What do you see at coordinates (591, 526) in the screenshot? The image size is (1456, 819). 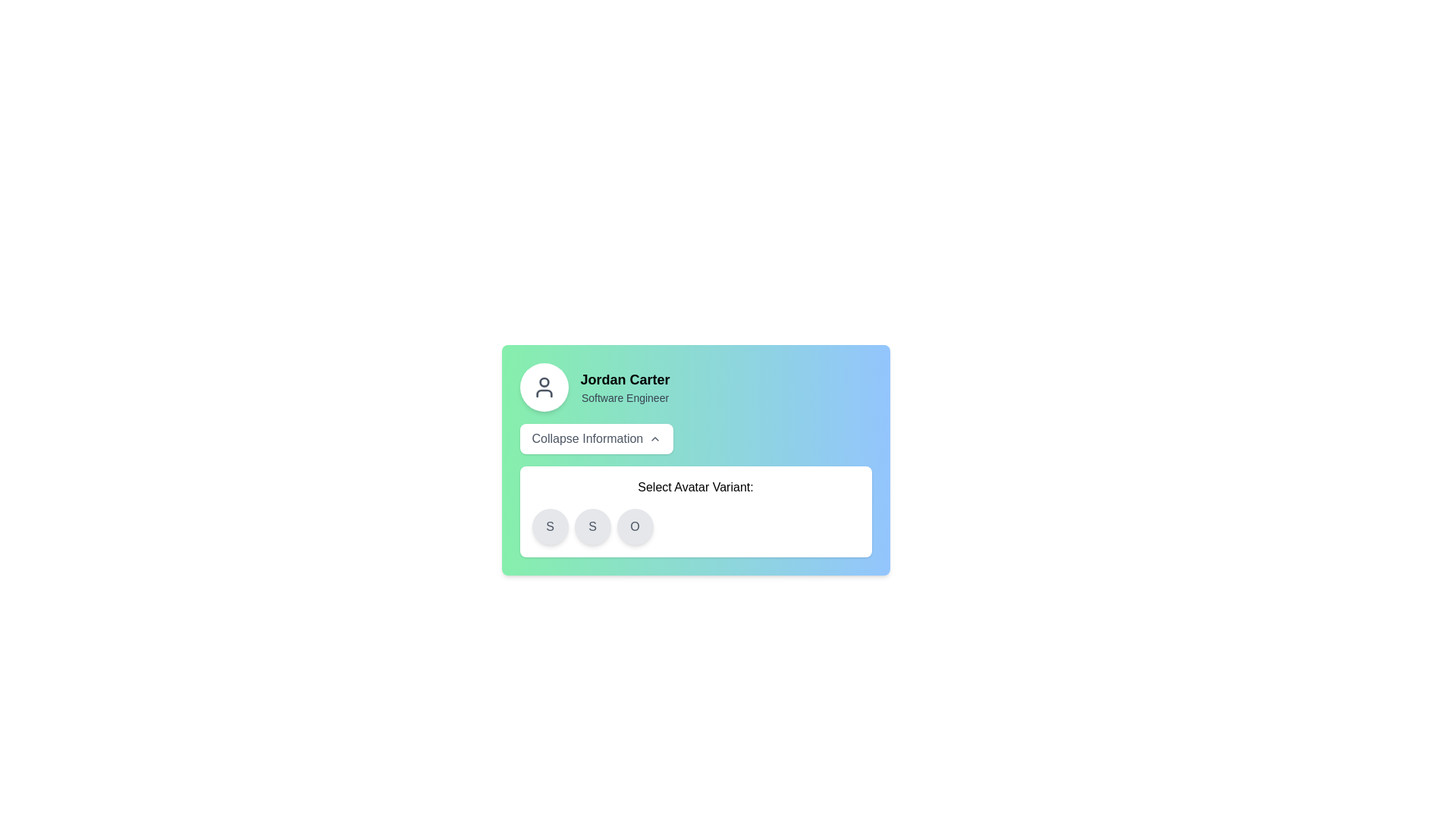 I see `the second circular button in the 'Select Avatar Variant' section, which allows the user to choose the 'S' variant of the avatar design` at bounding box center [591, 526].